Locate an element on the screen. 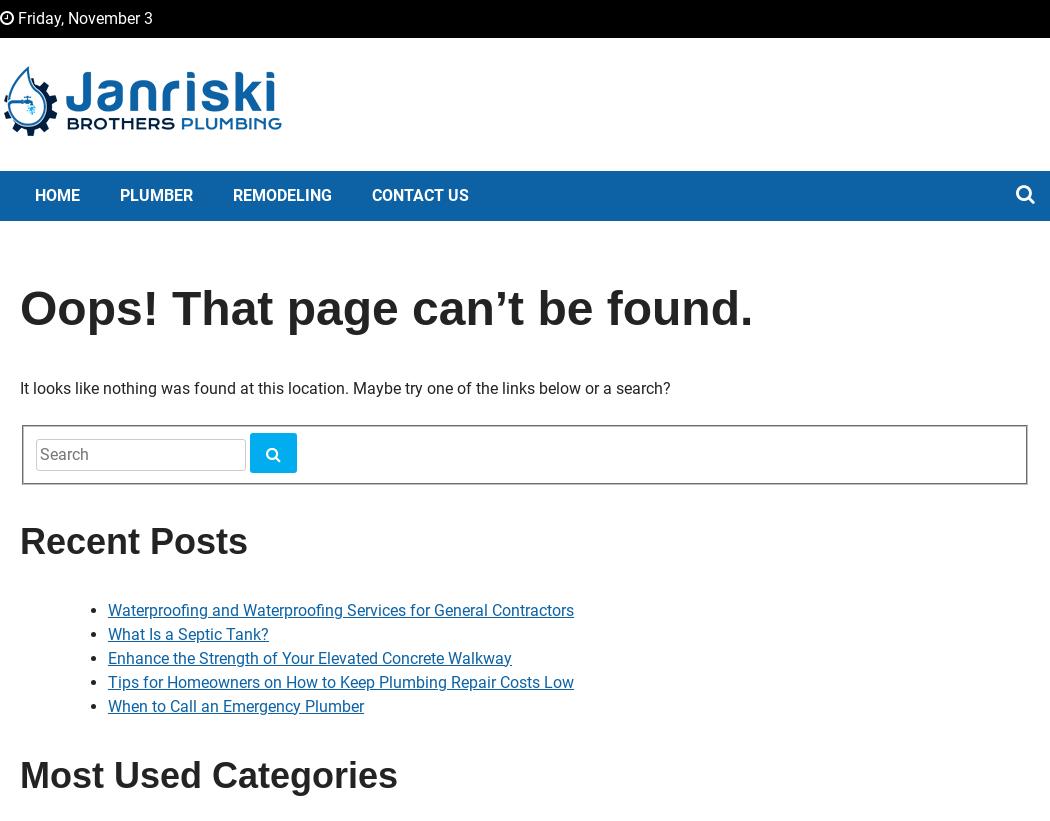 This screenshot has width=1050, height=821. 'Janriski Brothers Plumbing' is located at coordinates (261, 176).